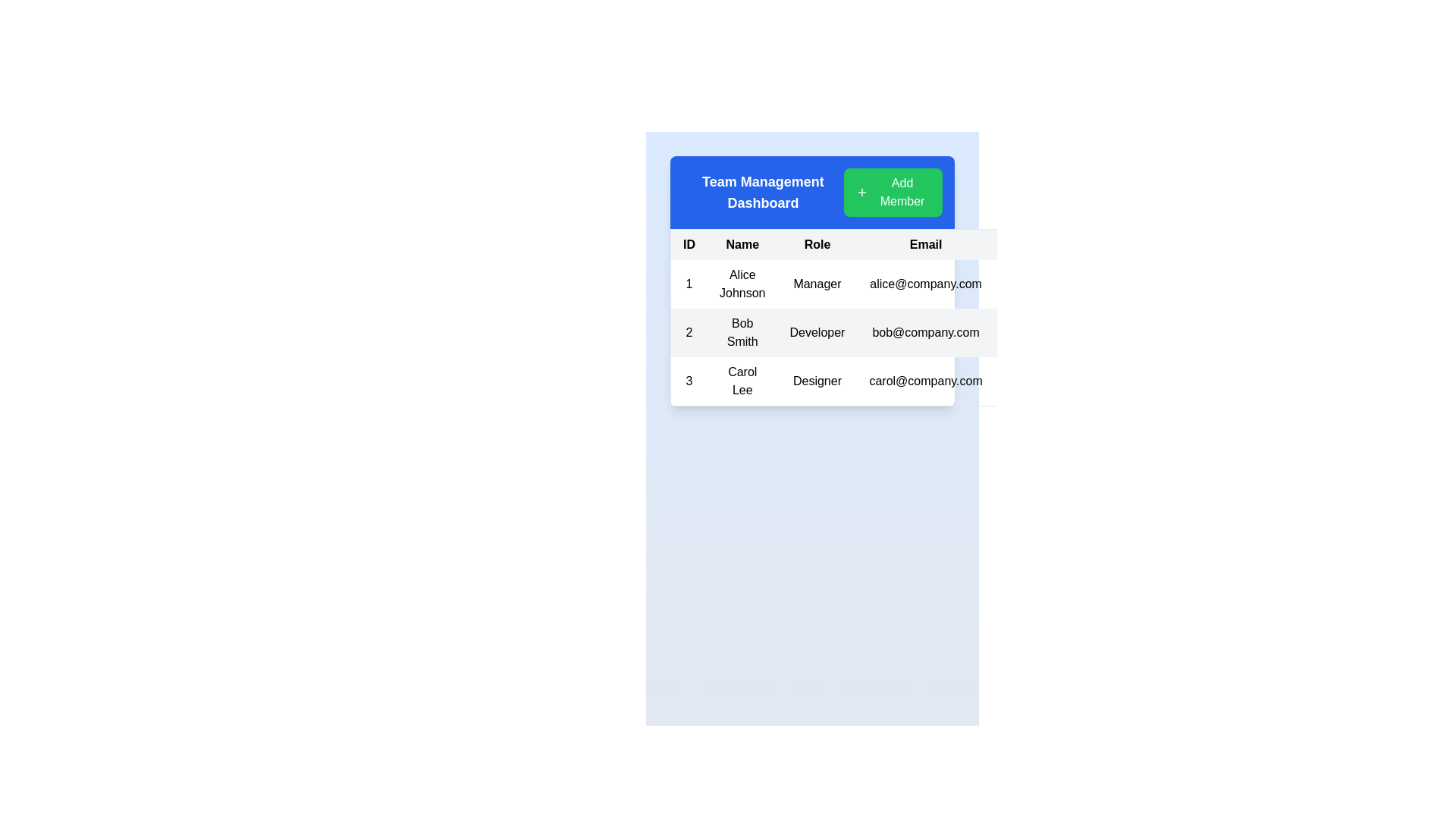 The height and width of the screenshot is (819, 1456). What do you see at coordinates (742, 332) in the screenshot?
I see `the user name text element located in the second row of the table within the 'Name' column, which is flanked by 'Developer' on the right` at bounding box center [742, 332].